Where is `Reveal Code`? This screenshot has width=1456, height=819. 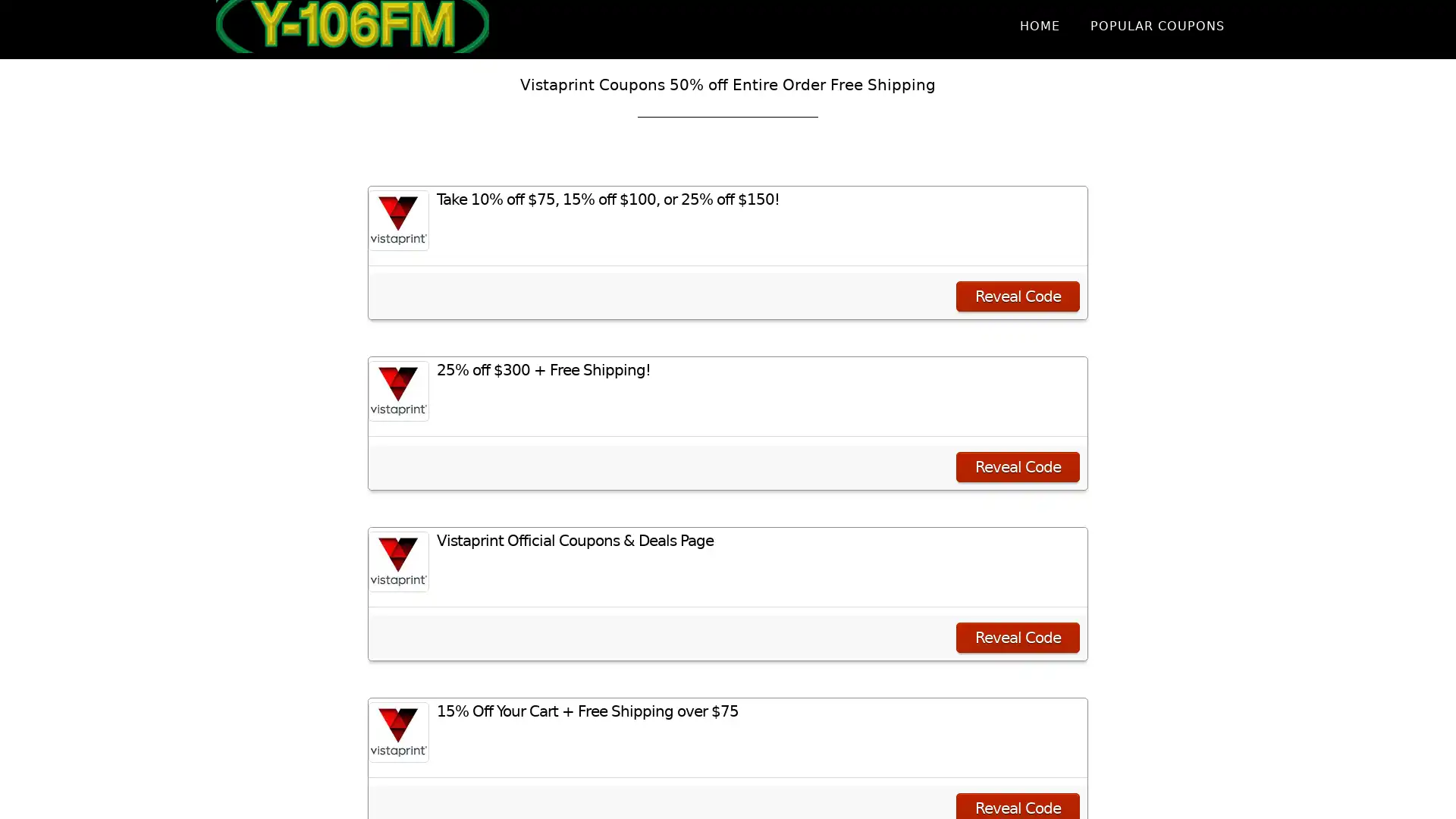 Reveal Code is located at coordinates (1018, 637).